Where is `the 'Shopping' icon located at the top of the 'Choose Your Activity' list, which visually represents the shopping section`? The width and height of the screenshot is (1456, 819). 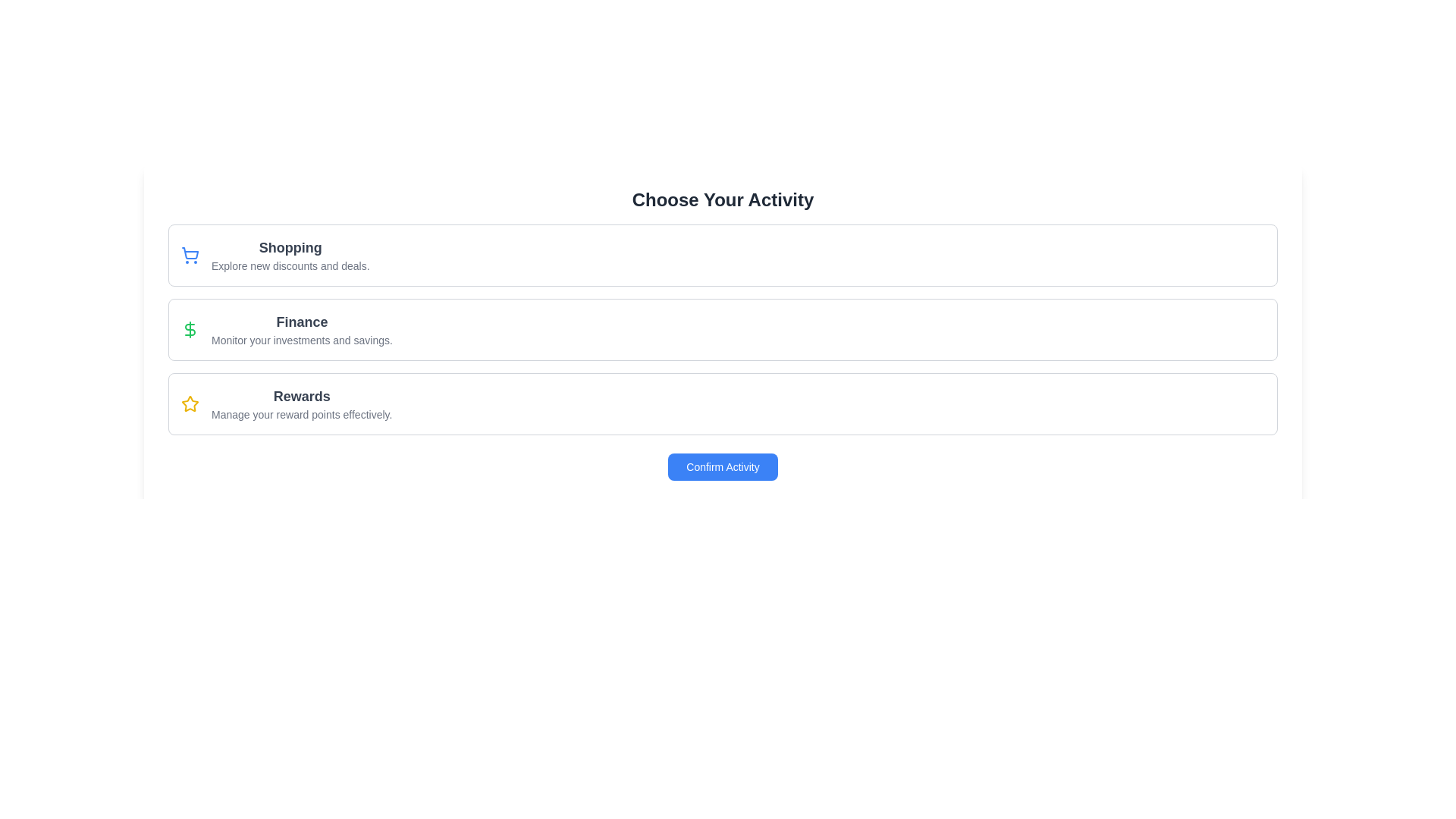 the 'Shopping' icon located at the top of the 'Choose Your Activity' list, which visually represents the shopping section is located at coordinates (189, 254).